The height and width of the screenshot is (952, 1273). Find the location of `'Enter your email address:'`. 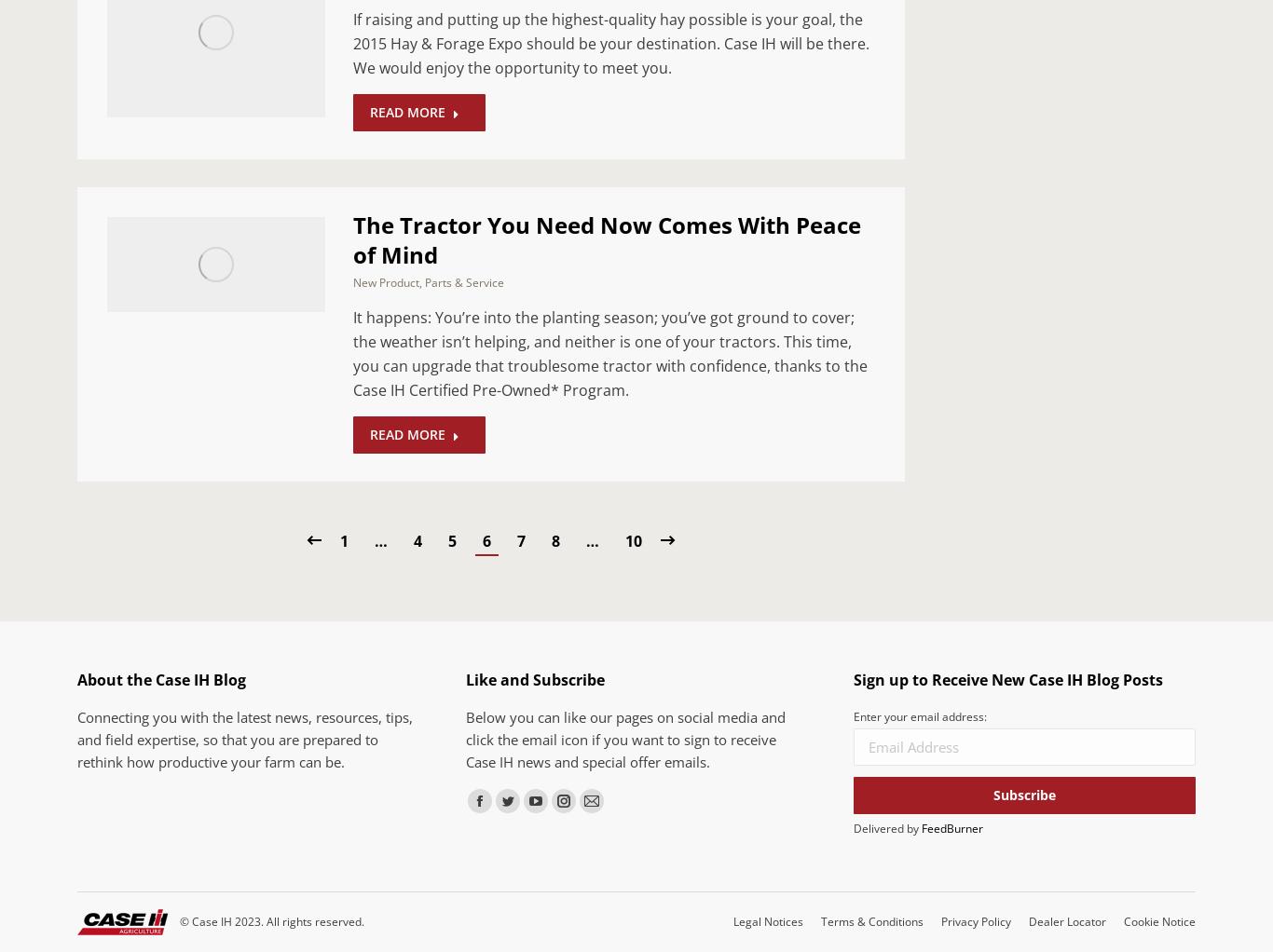

'Enter your email address:' is located at coordinates (920, 715).